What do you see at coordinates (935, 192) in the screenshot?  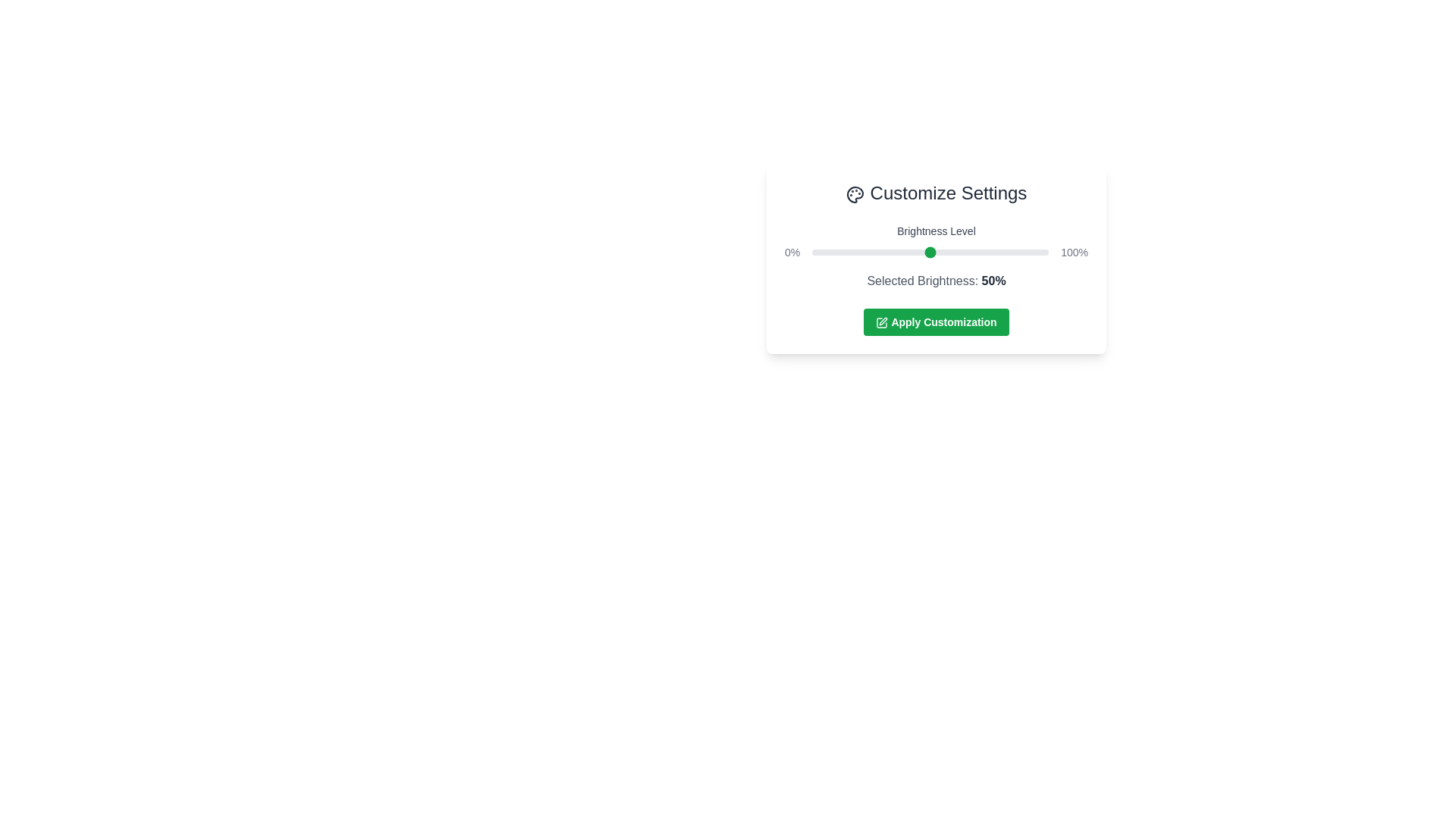 I see `the Text Header that serves as a title for the settings customization interface, located at the top of the centered card with customization settings` at bounding box center [935, 192].